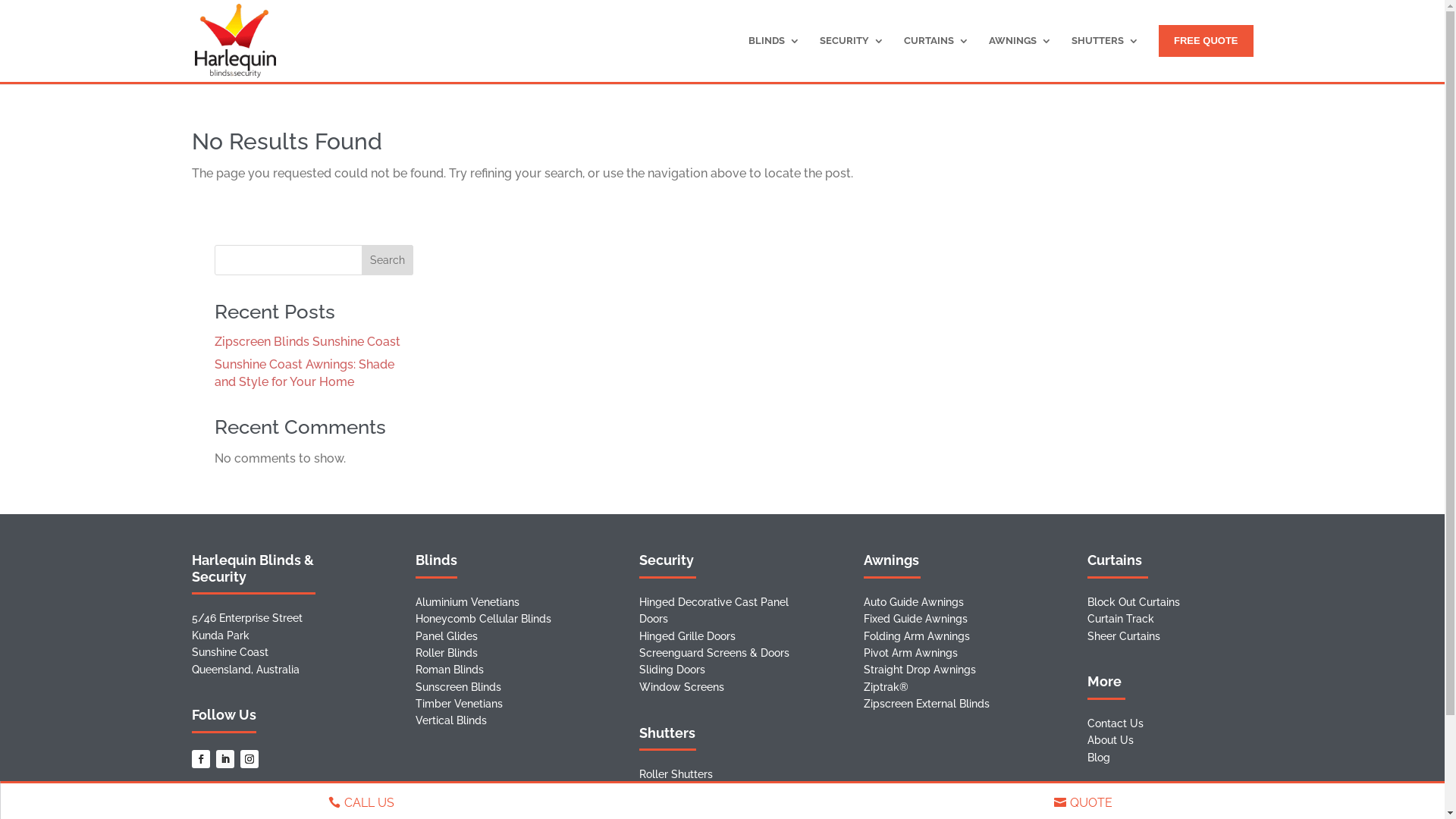  What do you see at coordinates (303, 372) in the screenshot?
I see `'Sunshine Coast Awnings: Shade and Style for Your Home'` at bounding box center [303, 372].